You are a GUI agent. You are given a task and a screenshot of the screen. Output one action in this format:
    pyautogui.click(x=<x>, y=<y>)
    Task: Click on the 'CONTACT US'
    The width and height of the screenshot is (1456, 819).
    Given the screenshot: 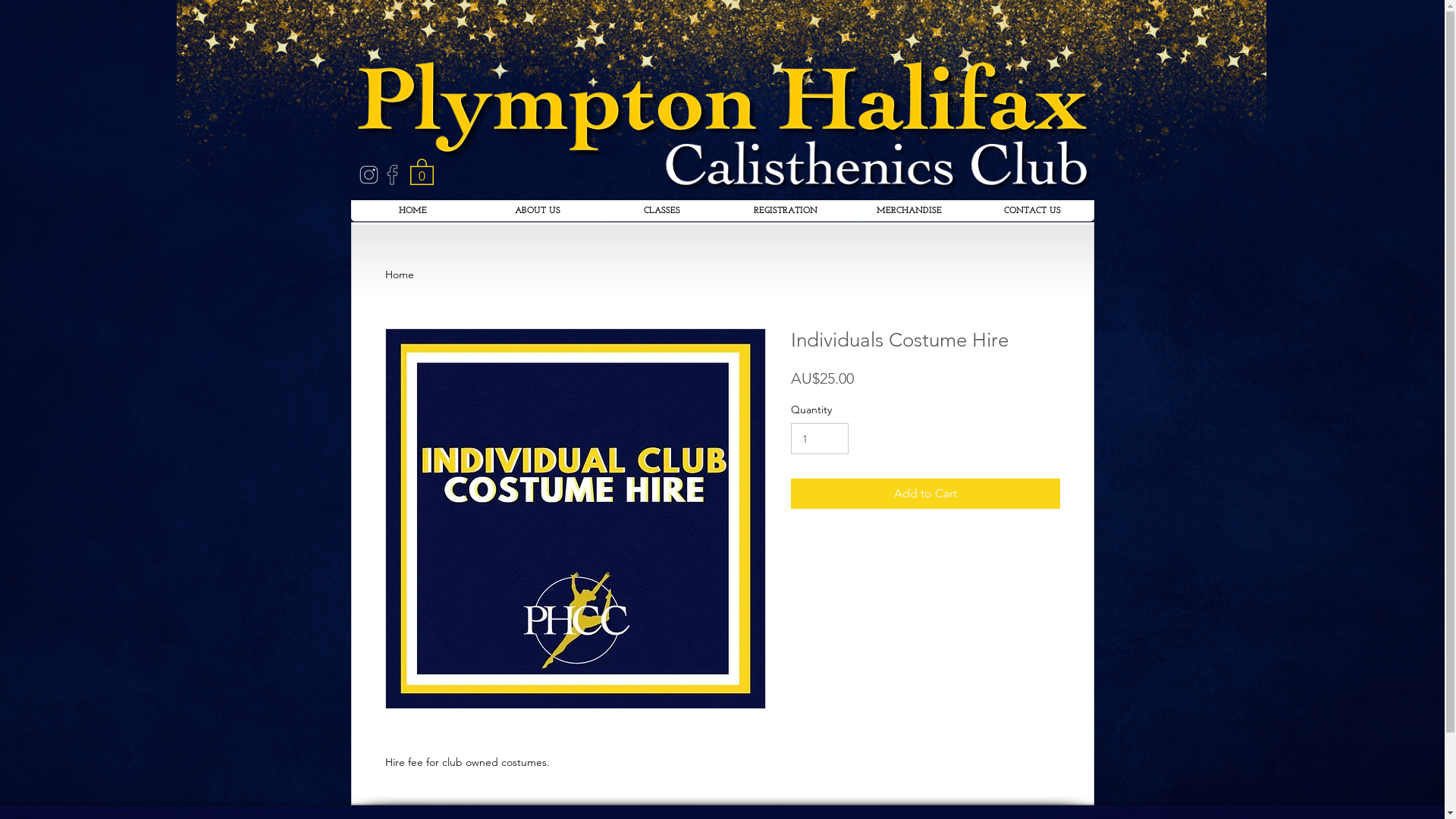 What is the action you would take?
    pyautogui.click(x=1031, y=210)
    